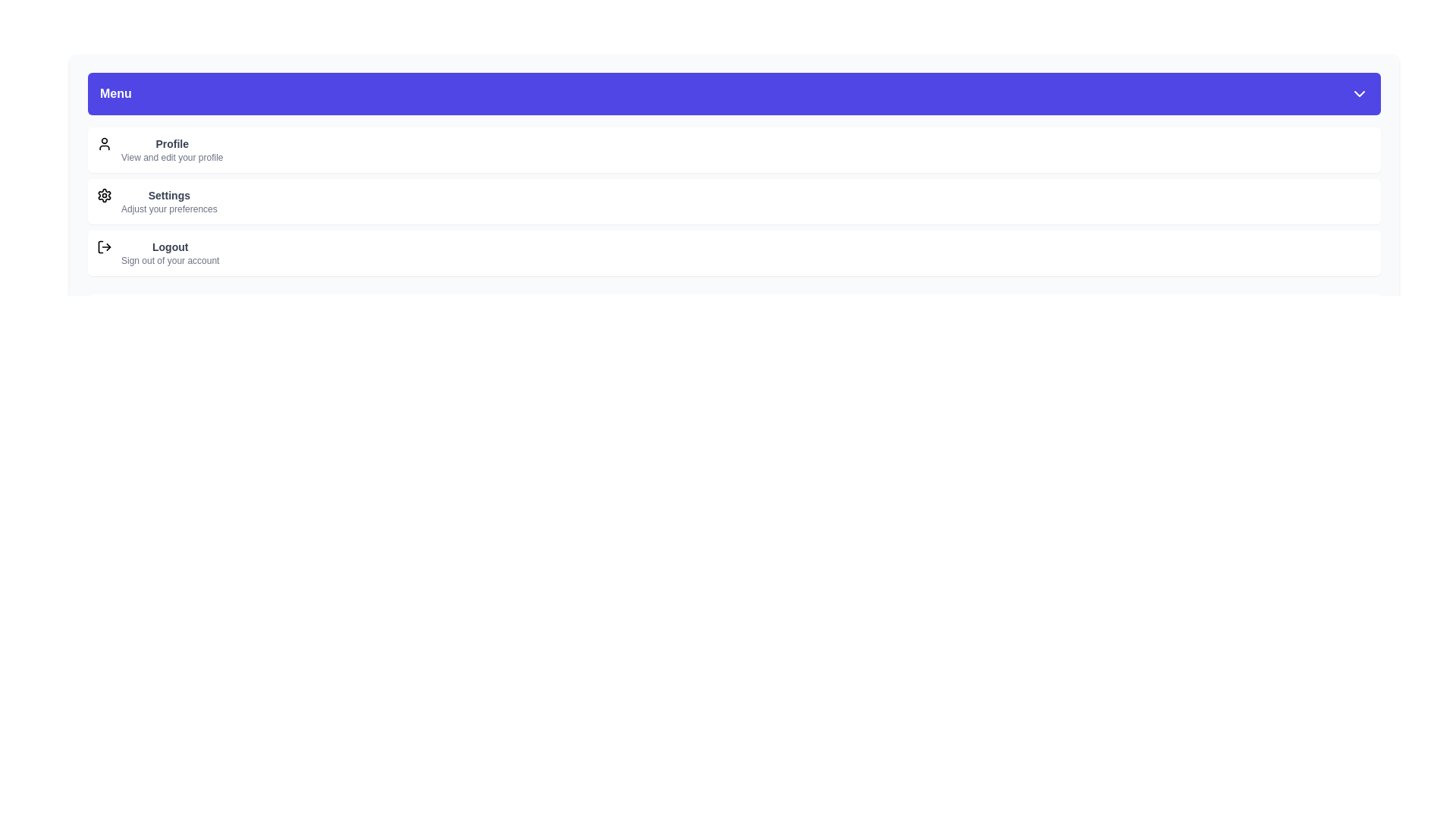 Image resolution: width=1456 pixels, height=819 pixels. What do you see at coordinates (734, 201) in the screenshot?
I see `the menu item labeled Settings to select it` at bounding box center [734, 201].